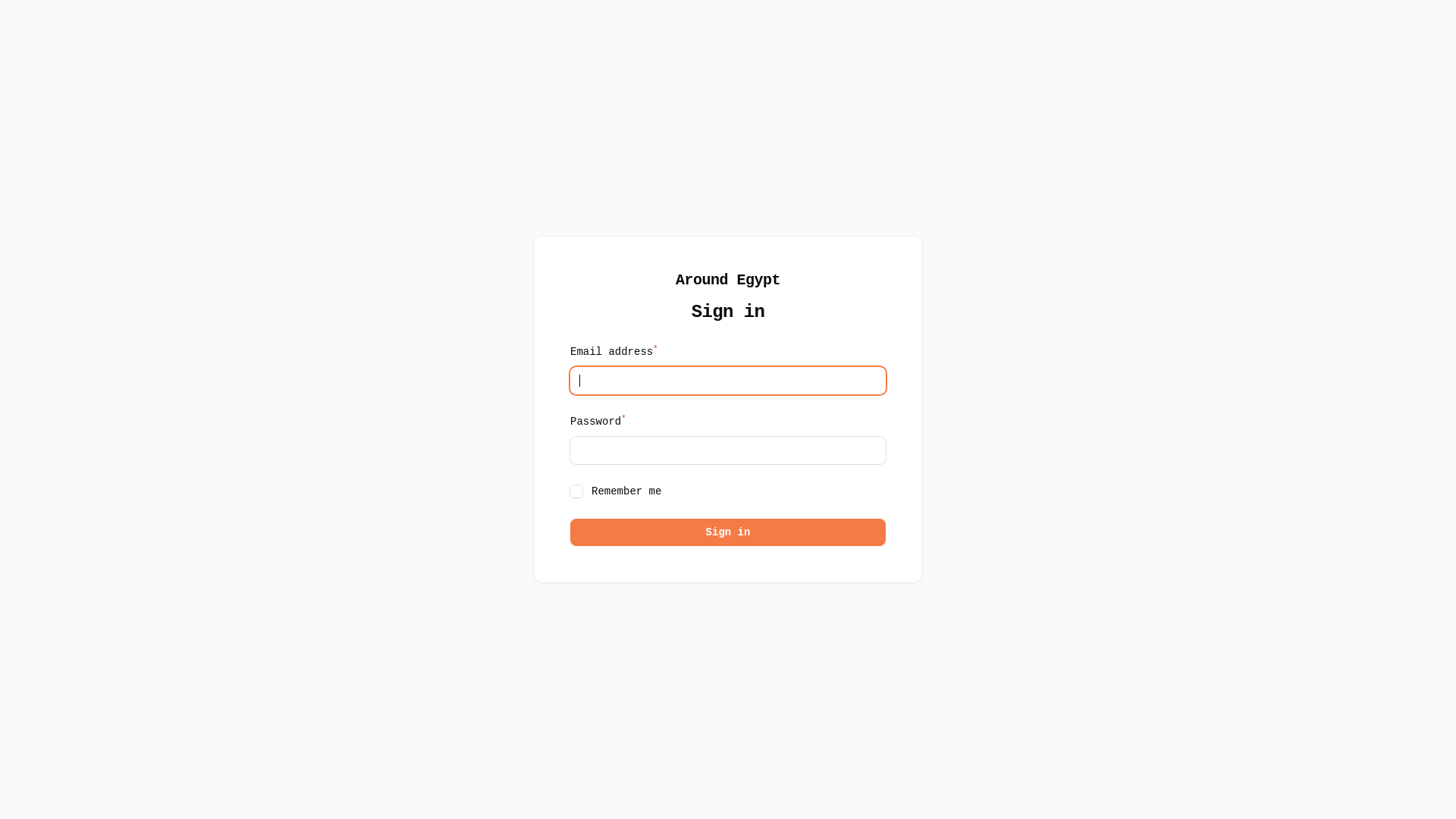  I want to click on 'Sign in', so click(728, 532).